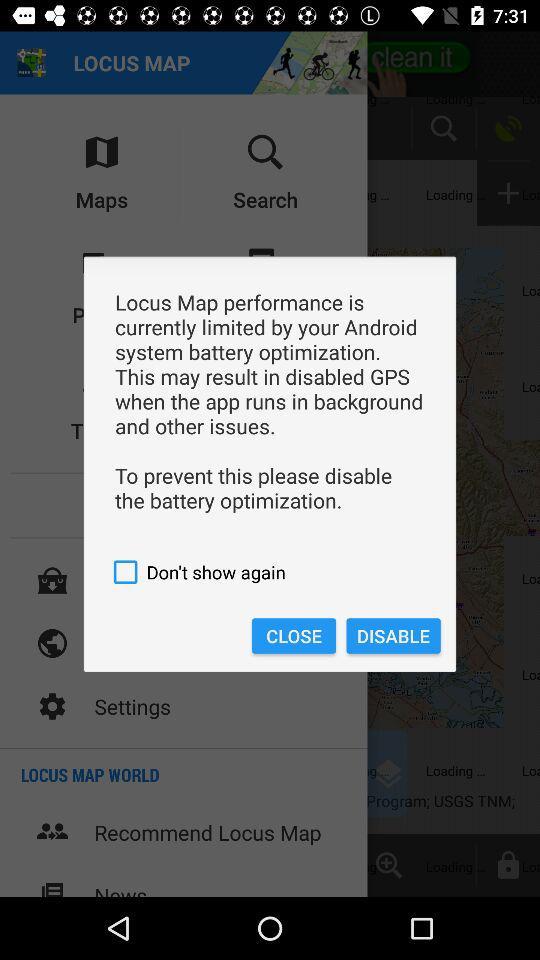 The height and width of the screenshot is (960, 540). I want to click on the disable icon, so click(393, 635).